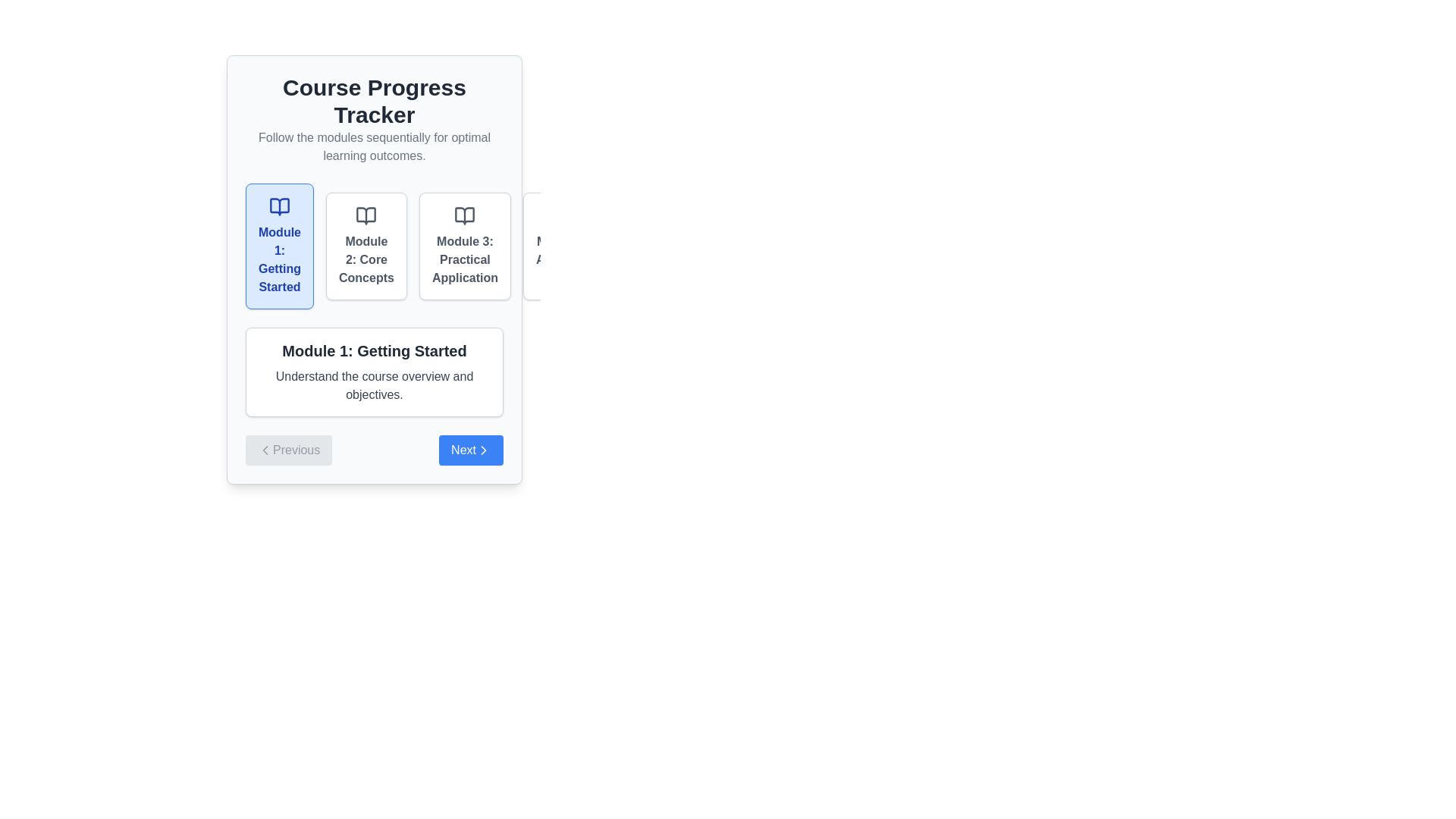 The height and width of the screenshot is (819, 1456). Describe the element at coordinates (375, 372) in the screenshot. I see `the informational card that provides details about 'Module 1: Getting Started', which is positioned centrally in the card section below the module cards` at that location.